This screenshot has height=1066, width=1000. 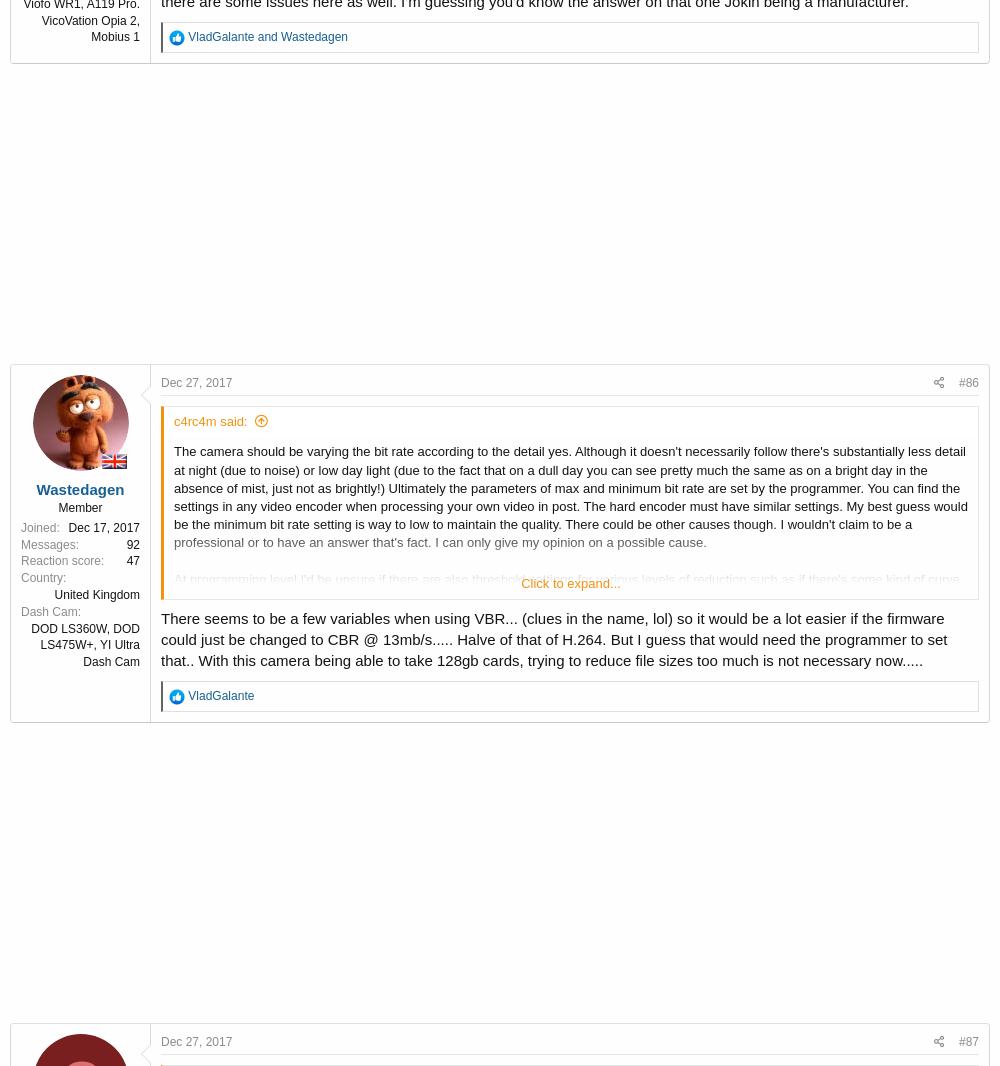 I want to click on 'There seems to be a few variables when using VBR... (clues in the name, lol) so it would be a lot easier if the firmware could just be changed to CBR @ 13mb/s..... Halve of that of H.264. But I guess that would need the programmer to set that.. With this camera being able to take 128gb cards, trying to reduce file sizes too much is not necessary now.....', so click(x=554, y=637).